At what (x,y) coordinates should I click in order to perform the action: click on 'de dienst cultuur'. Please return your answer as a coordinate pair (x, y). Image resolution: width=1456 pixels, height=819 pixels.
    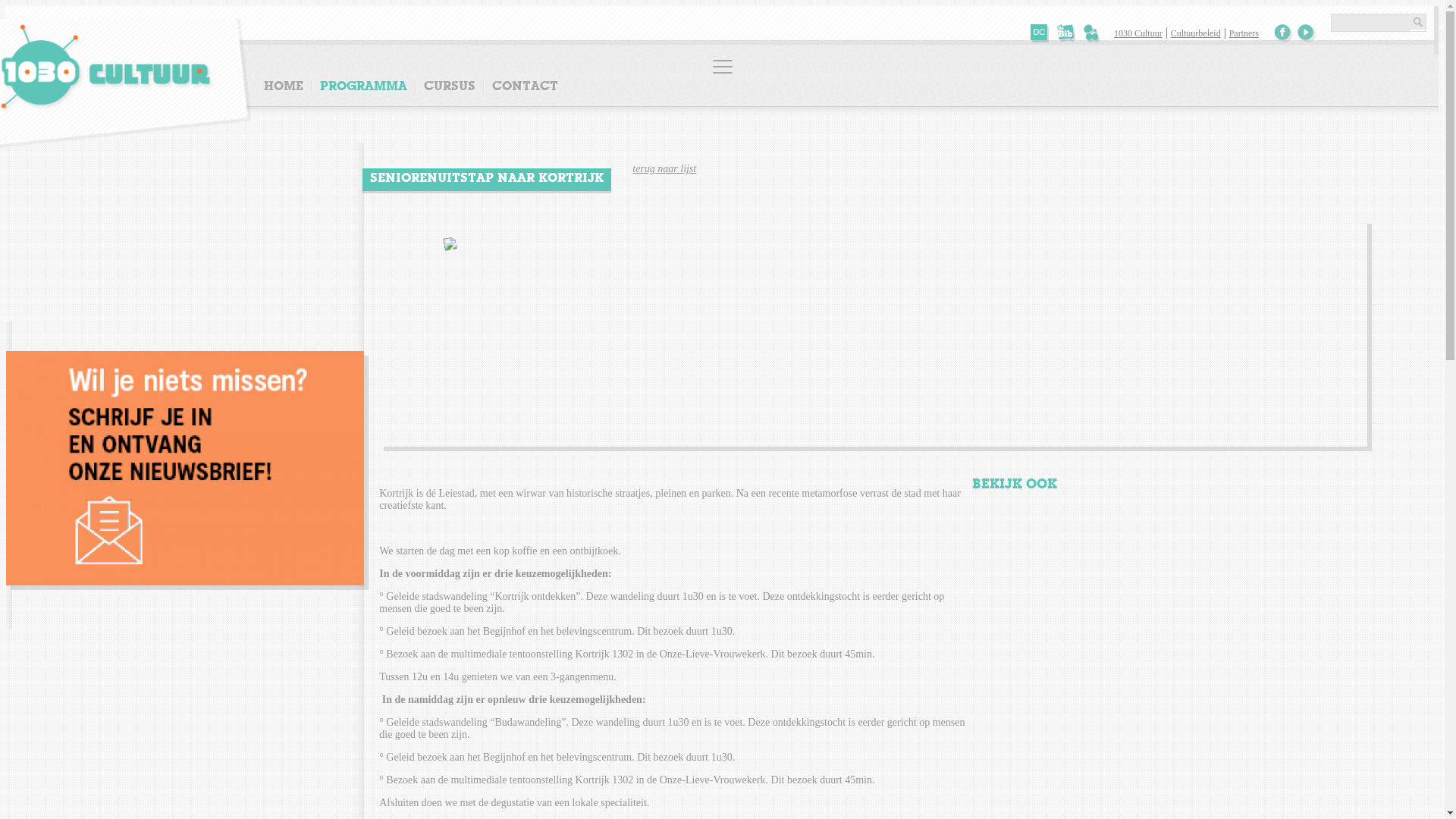
    Looking at the image, I should click on (1039, 33).